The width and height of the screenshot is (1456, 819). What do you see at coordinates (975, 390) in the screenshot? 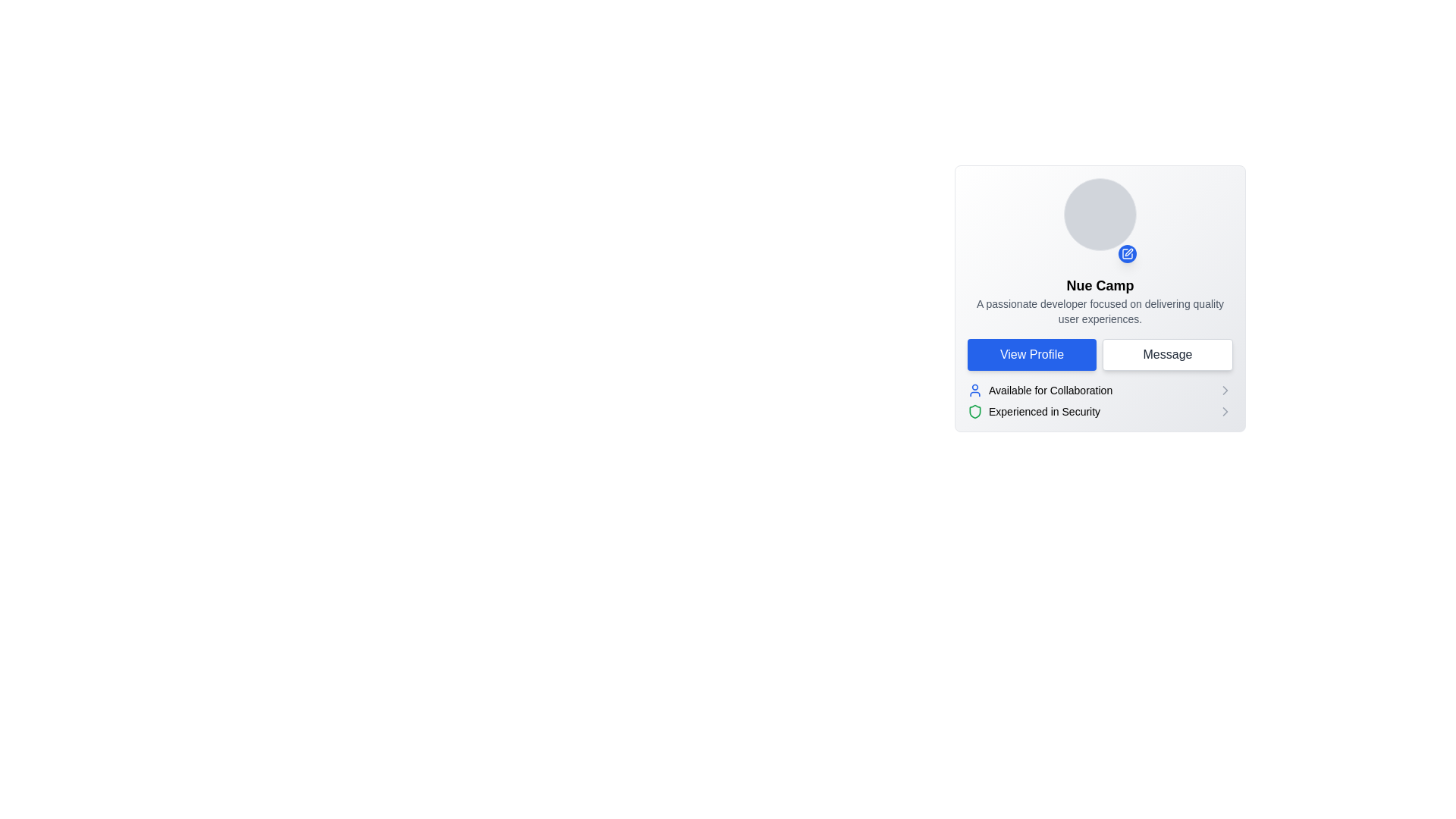
I see `the availability icon located to the left of the text label 'Available for Collaboration'` at bounding box center [975, 390].